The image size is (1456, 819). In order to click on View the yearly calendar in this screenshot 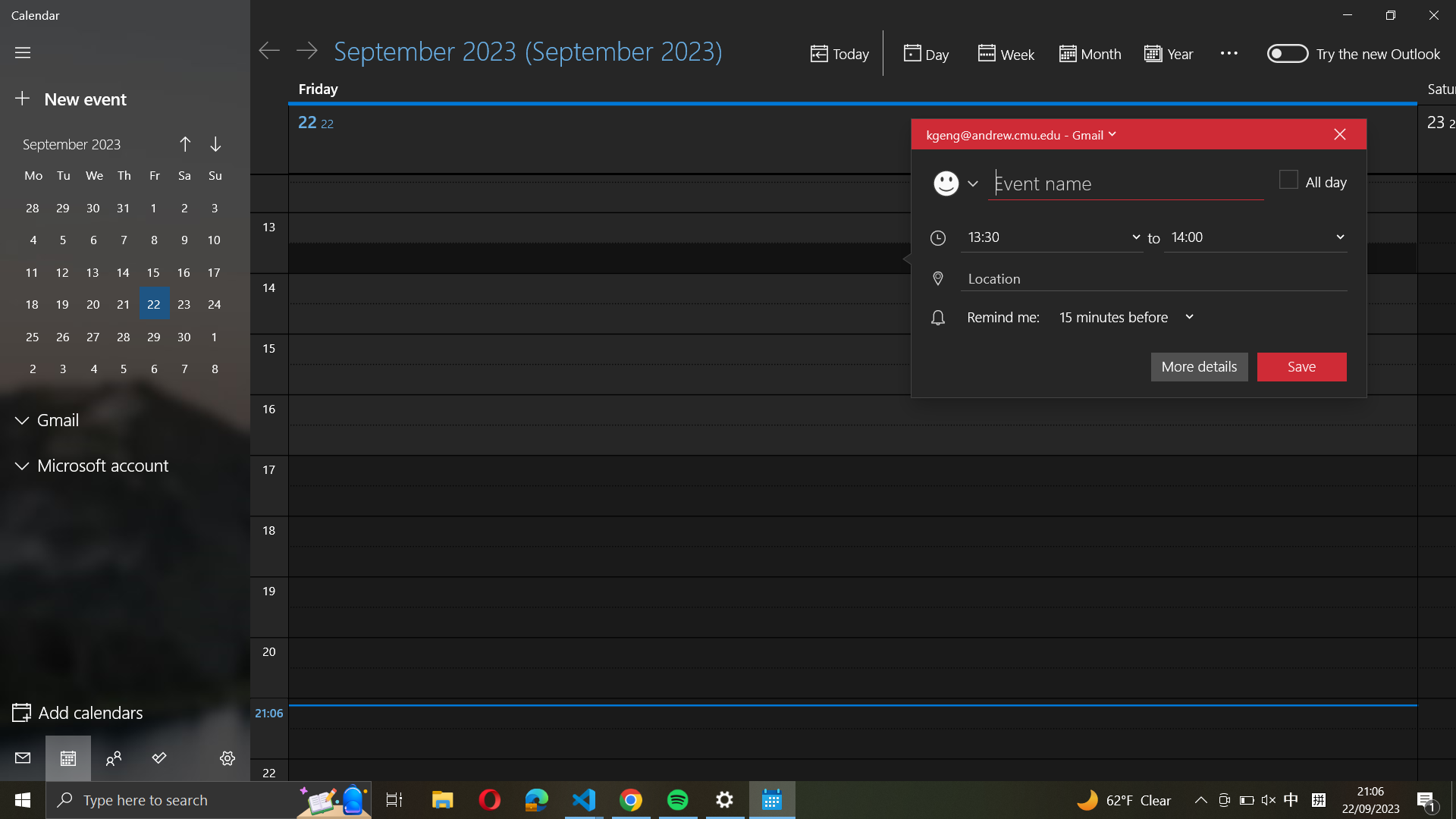, I will do `click(1172, 52)`.